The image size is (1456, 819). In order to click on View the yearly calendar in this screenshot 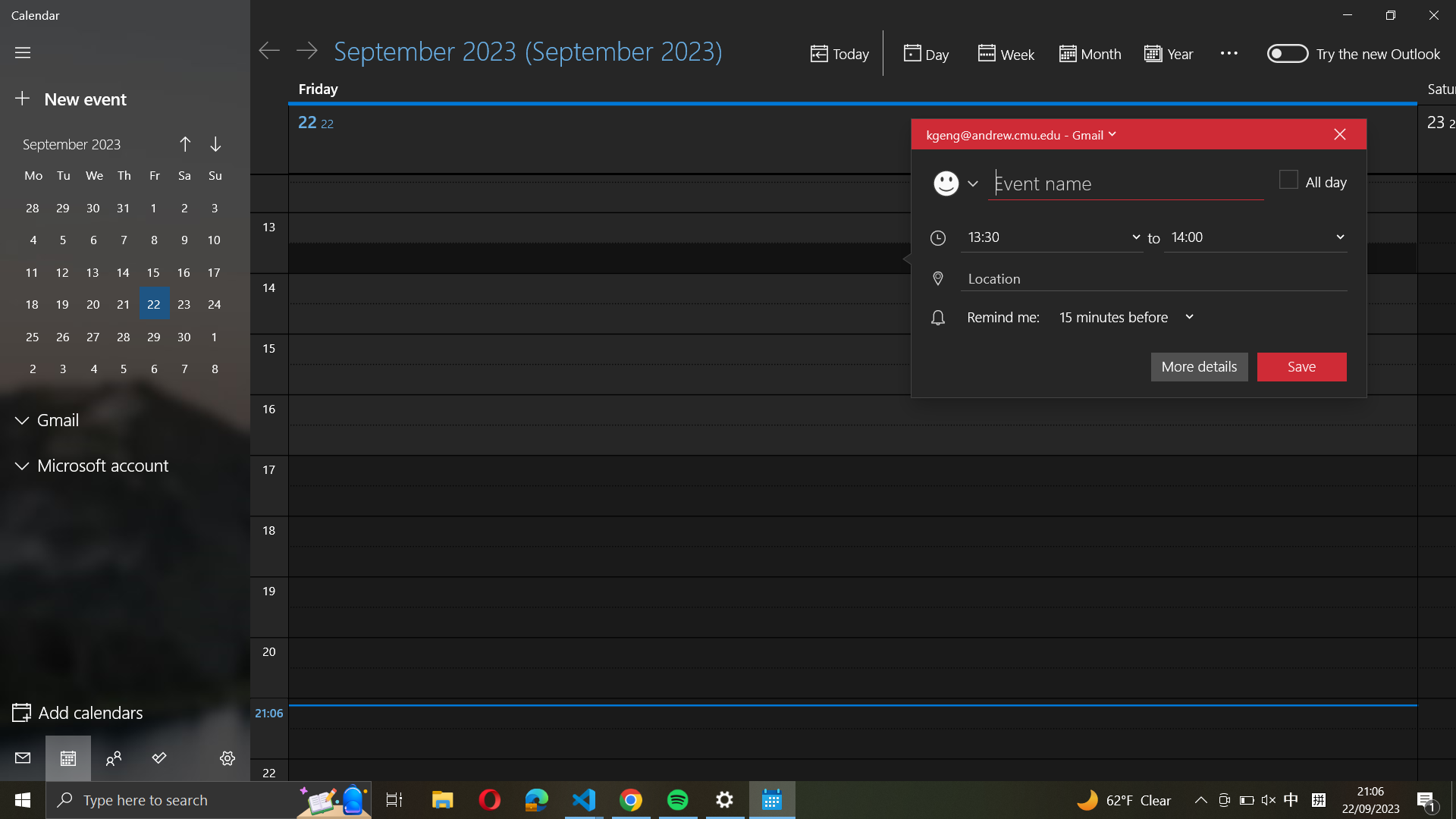, I will do `click(1172, 52)`.